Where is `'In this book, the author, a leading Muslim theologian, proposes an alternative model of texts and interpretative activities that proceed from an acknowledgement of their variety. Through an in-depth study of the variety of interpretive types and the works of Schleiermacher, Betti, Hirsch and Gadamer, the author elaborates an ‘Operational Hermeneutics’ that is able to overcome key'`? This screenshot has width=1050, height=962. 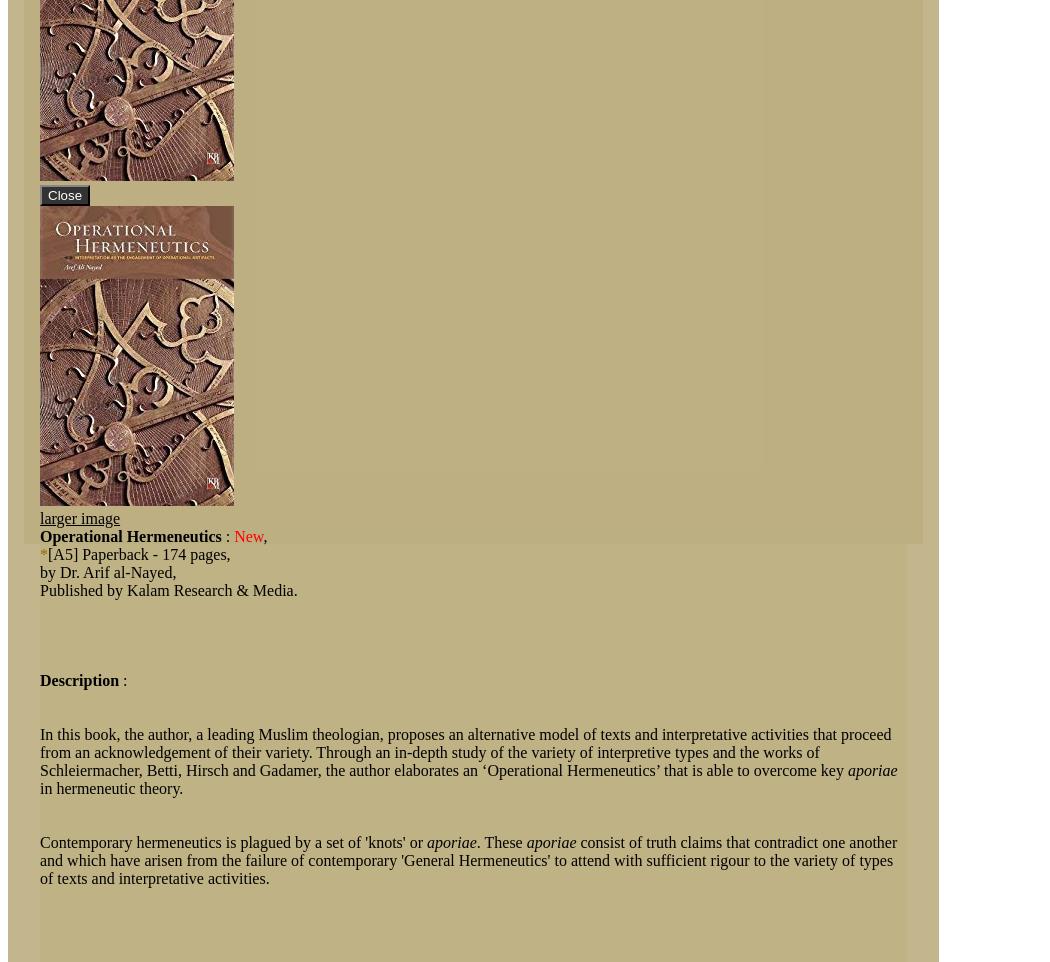
'In this book, the author, a leading Muslim theologian, proposes an alternative model of texts and interpretative activities that proceed from an acknowledgement of their variety. Through an in-depth study of the variety of interpretive types and the works of Schleiermacher, Betti, Hirsch and Gadamer, the author elaborates an ‘Operational Hermeneutics’ that is able to overcome key' is located at coordinates (465, 752).